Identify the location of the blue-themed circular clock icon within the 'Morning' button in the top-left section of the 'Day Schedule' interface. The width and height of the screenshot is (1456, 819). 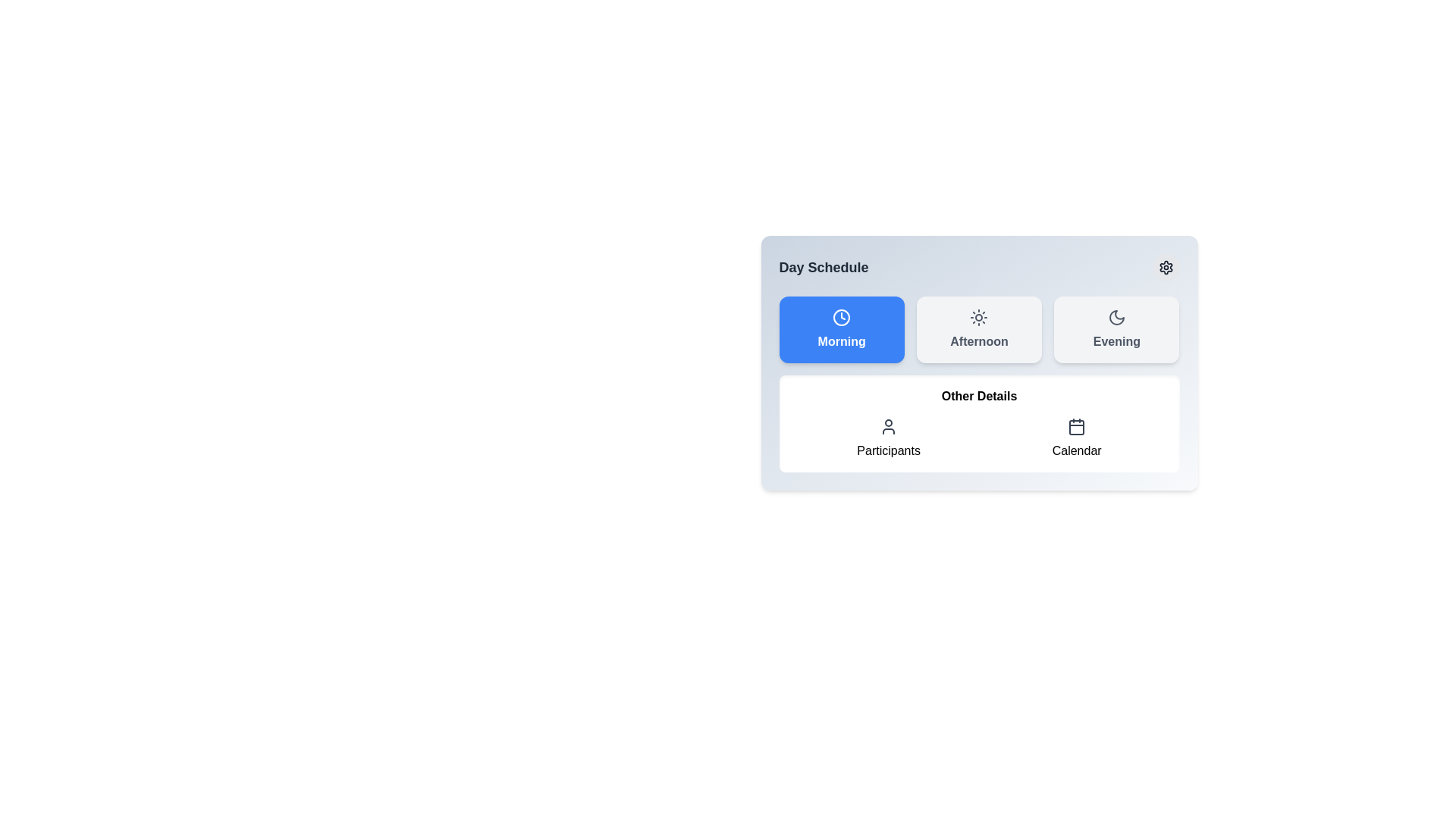
(841, 317).